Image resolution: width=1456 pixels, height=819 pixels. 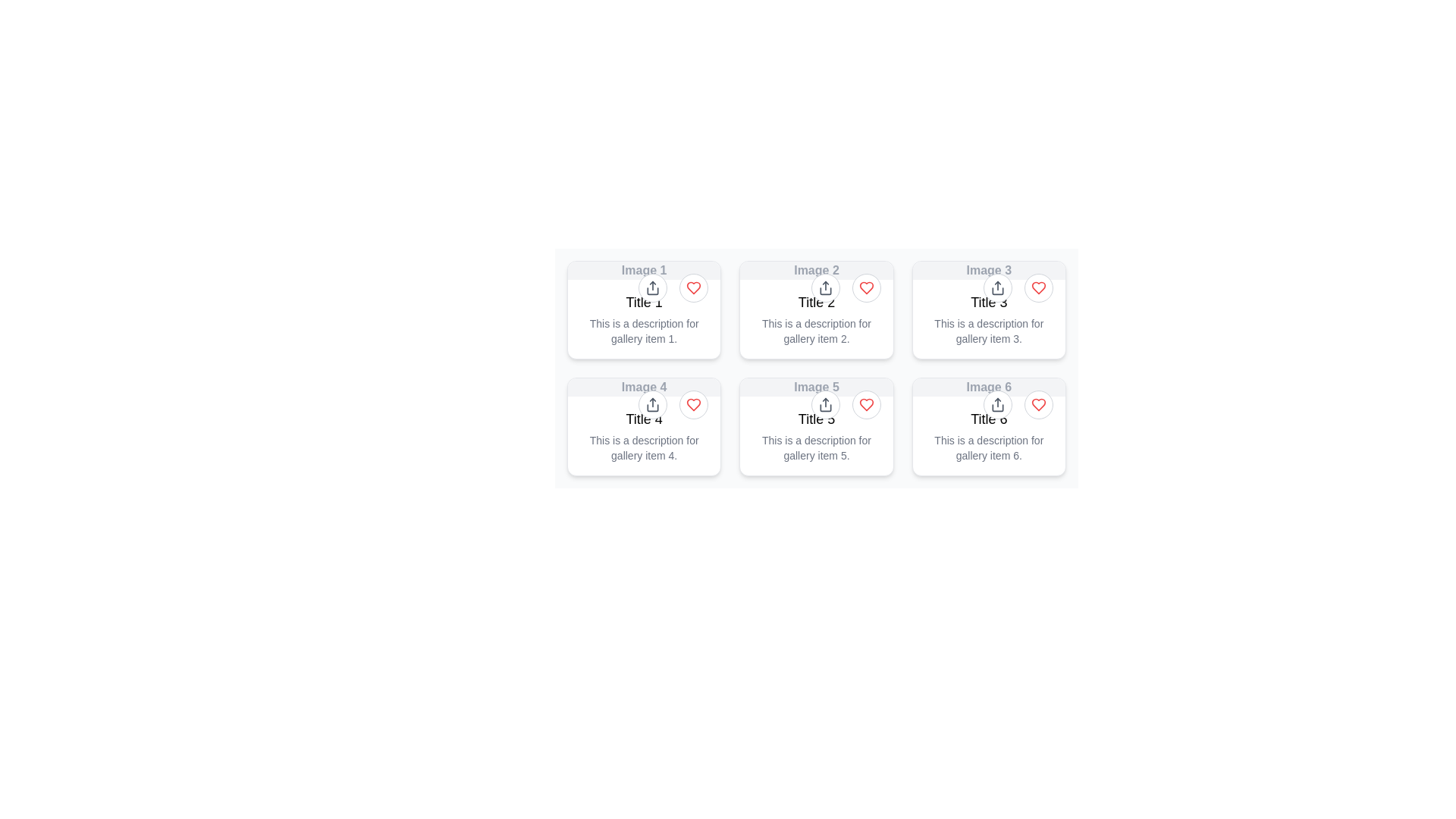 What do you see at coordinates (693, 403) in the screenshot?
I see `the heart-shaped icon button filled with red color located in the fourth tile at the top-right corner` at bounding box center [693, 403].